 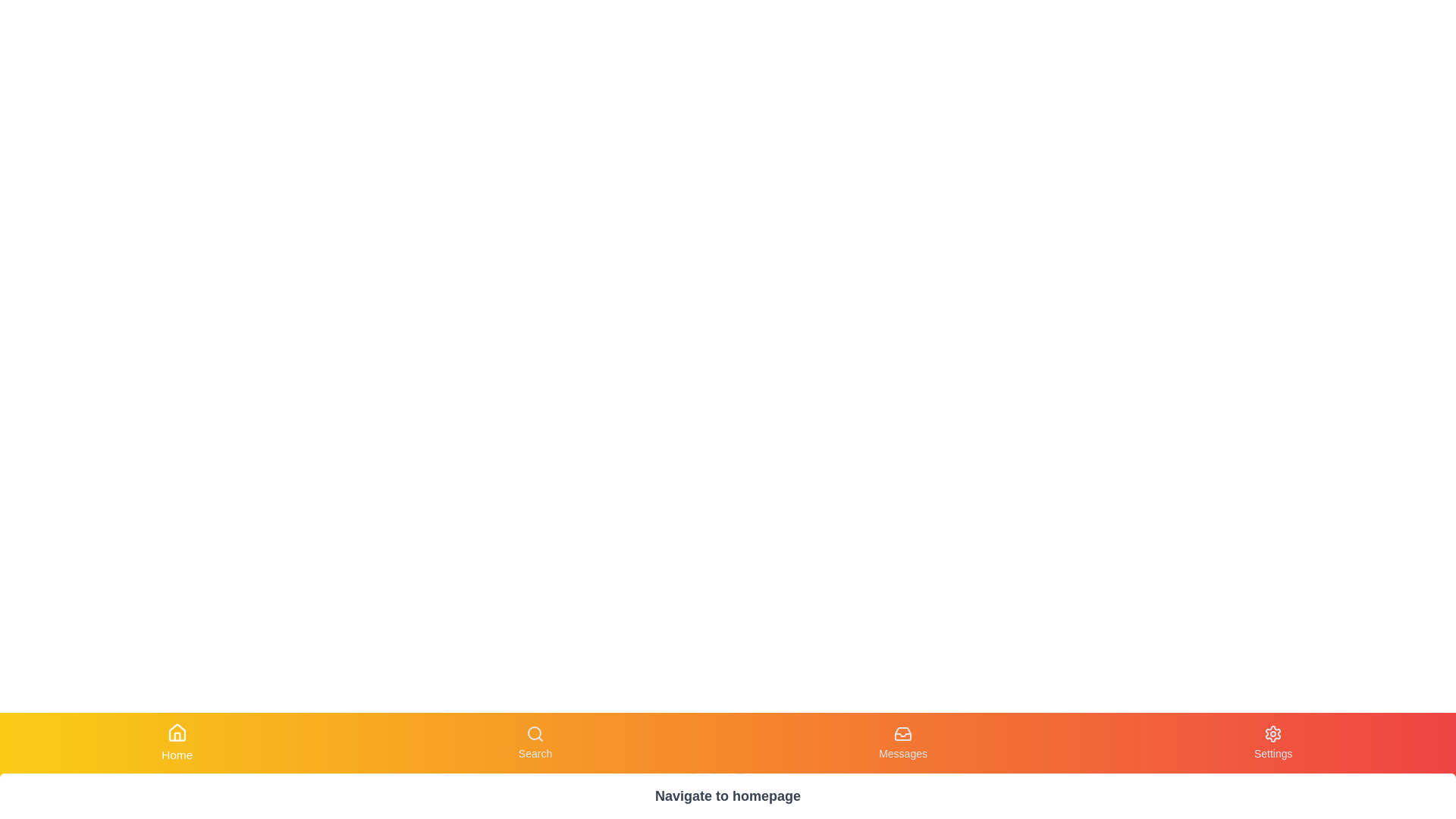 I want to click on the Search tab by clicking its corresponding button, so click(x=535, y=742).